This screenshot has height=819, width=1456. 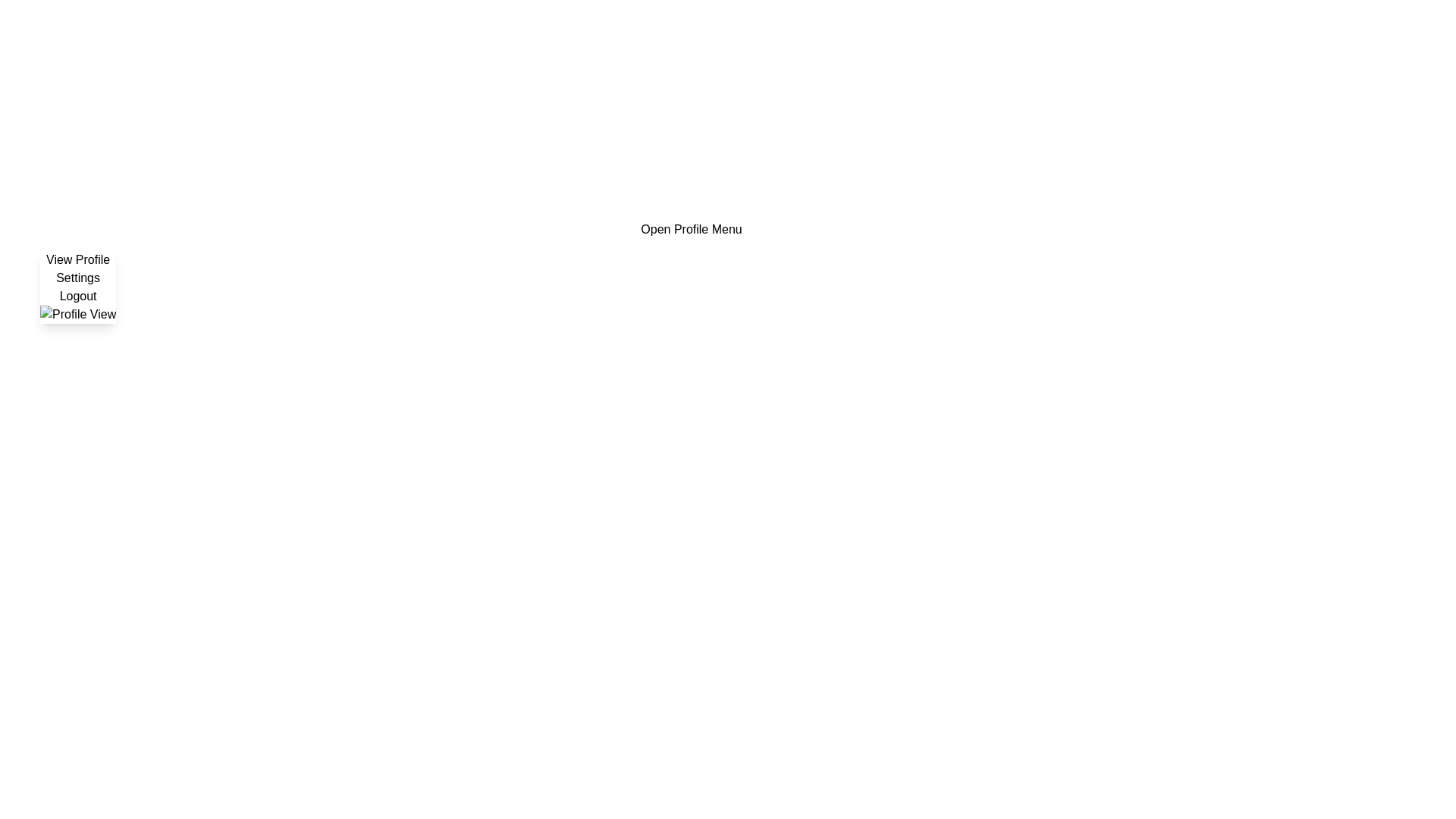 What do you see at coordinates (77, 314) in the screenshot?
I see `the 'Profile View' image located at the bottom of the menu, beneath 'Logout' and 'Settings'` at bounding box center [77, 314].